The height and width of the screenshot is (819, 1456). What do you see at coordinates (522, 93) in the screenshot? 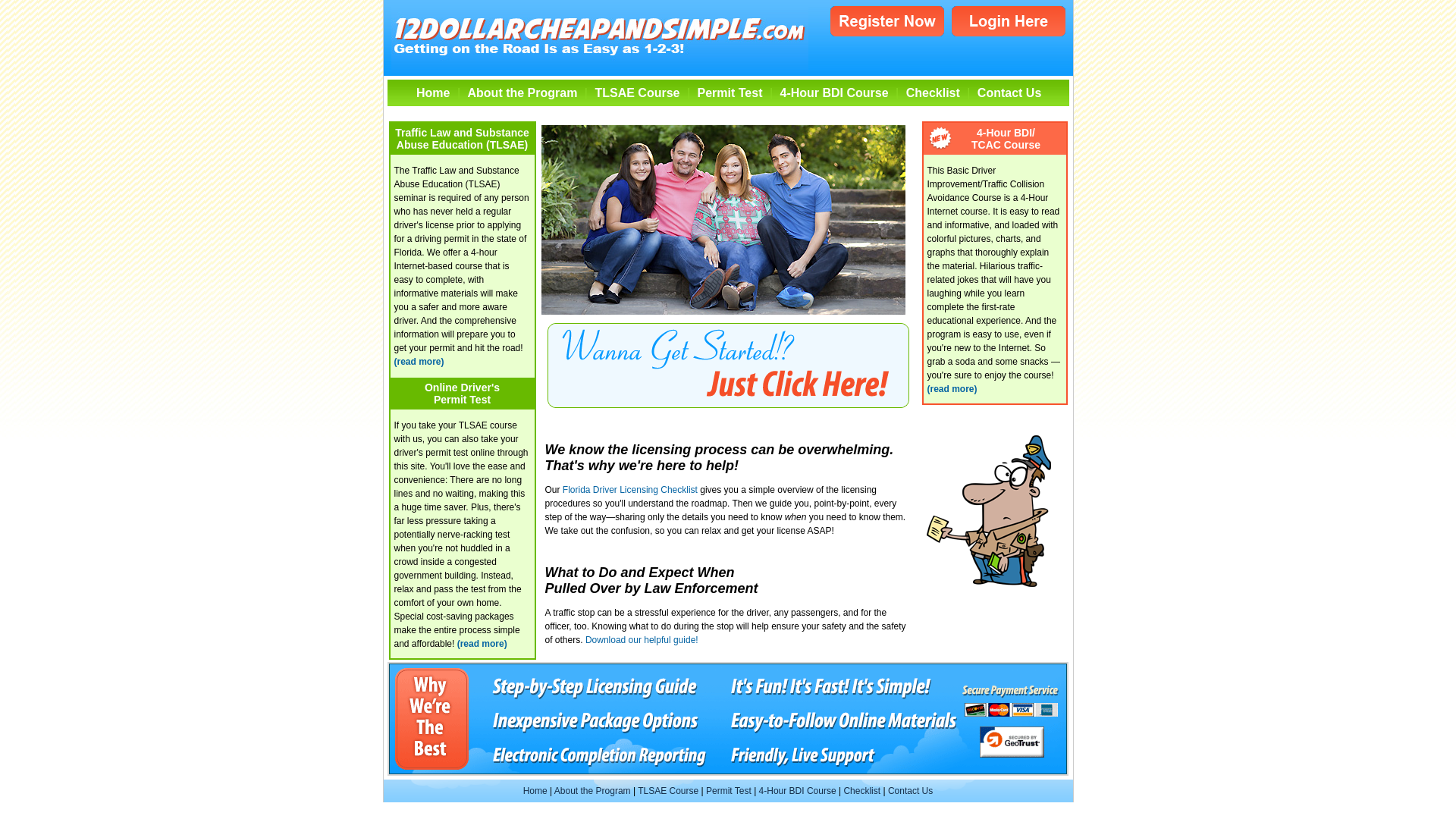
I see `'About the Program'` at bounding box center [522, 93].